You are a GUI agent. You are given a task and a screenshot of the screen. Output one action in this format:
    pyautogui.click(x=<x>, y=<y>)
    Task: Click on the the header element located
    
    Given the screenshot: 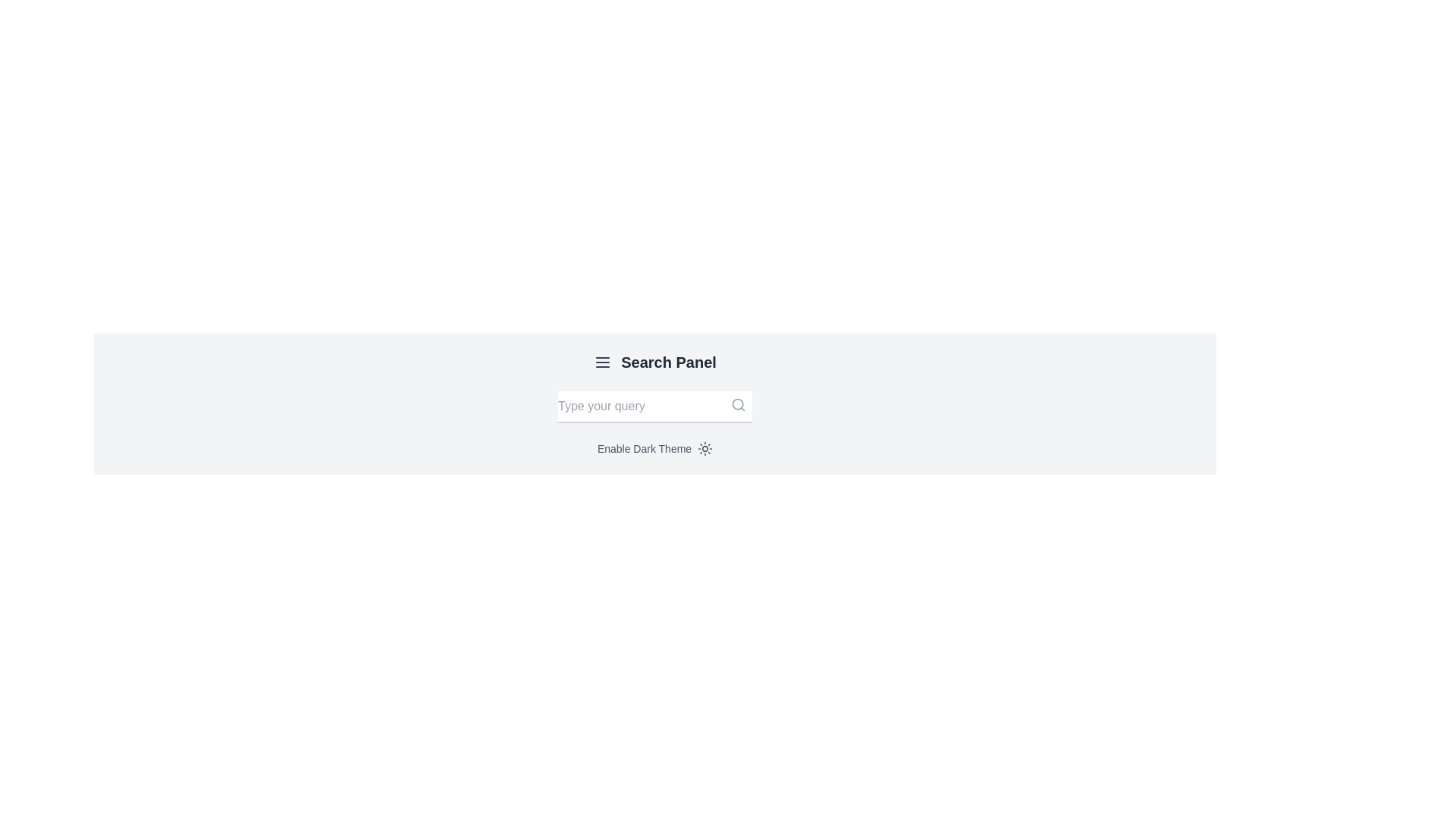 What is the action you would take?
    pyautogui.click(x=668, y=362)
    